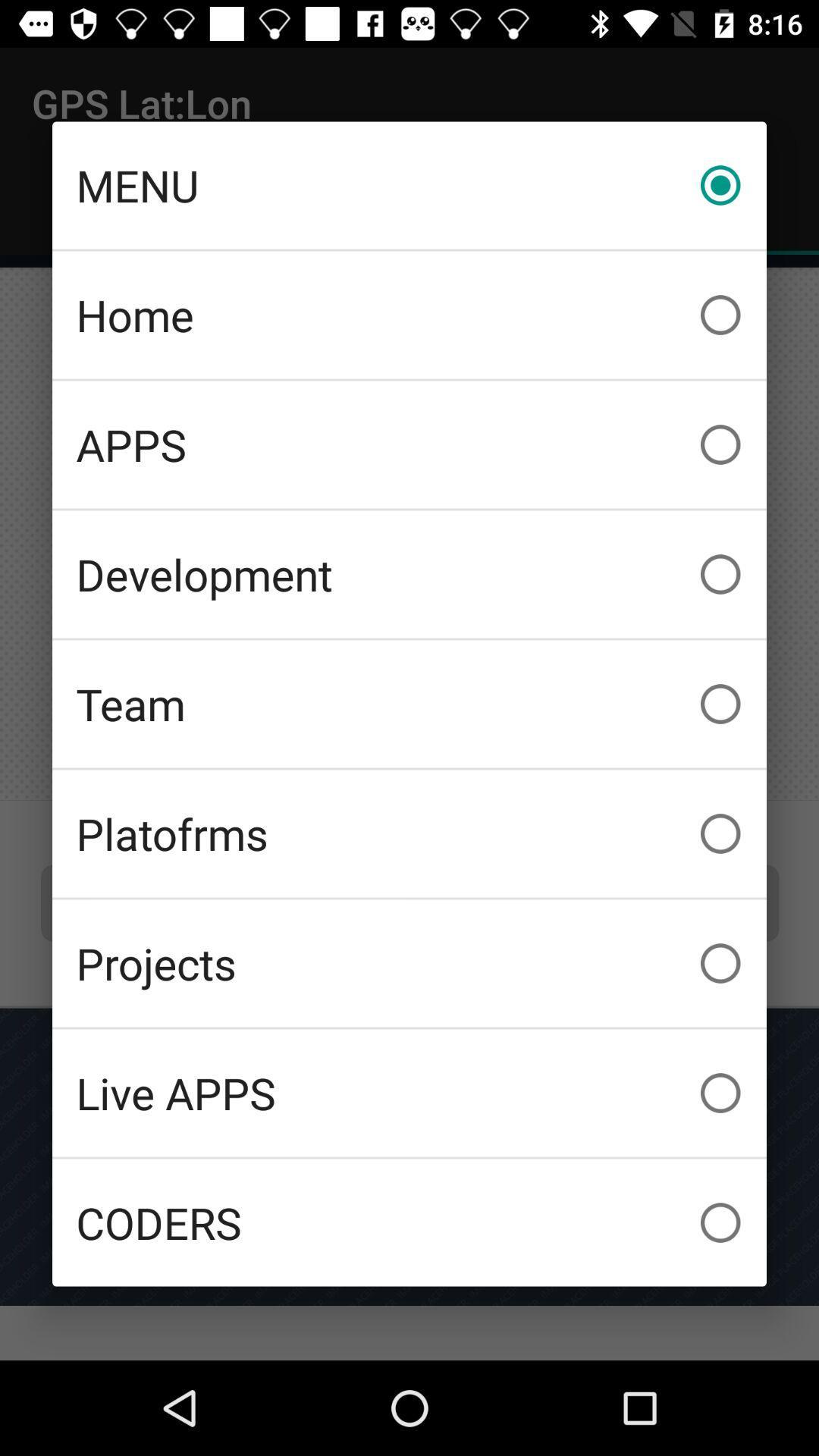 The image size is (819, 1456). I want to click on the live apps item, so click(409, 1093).